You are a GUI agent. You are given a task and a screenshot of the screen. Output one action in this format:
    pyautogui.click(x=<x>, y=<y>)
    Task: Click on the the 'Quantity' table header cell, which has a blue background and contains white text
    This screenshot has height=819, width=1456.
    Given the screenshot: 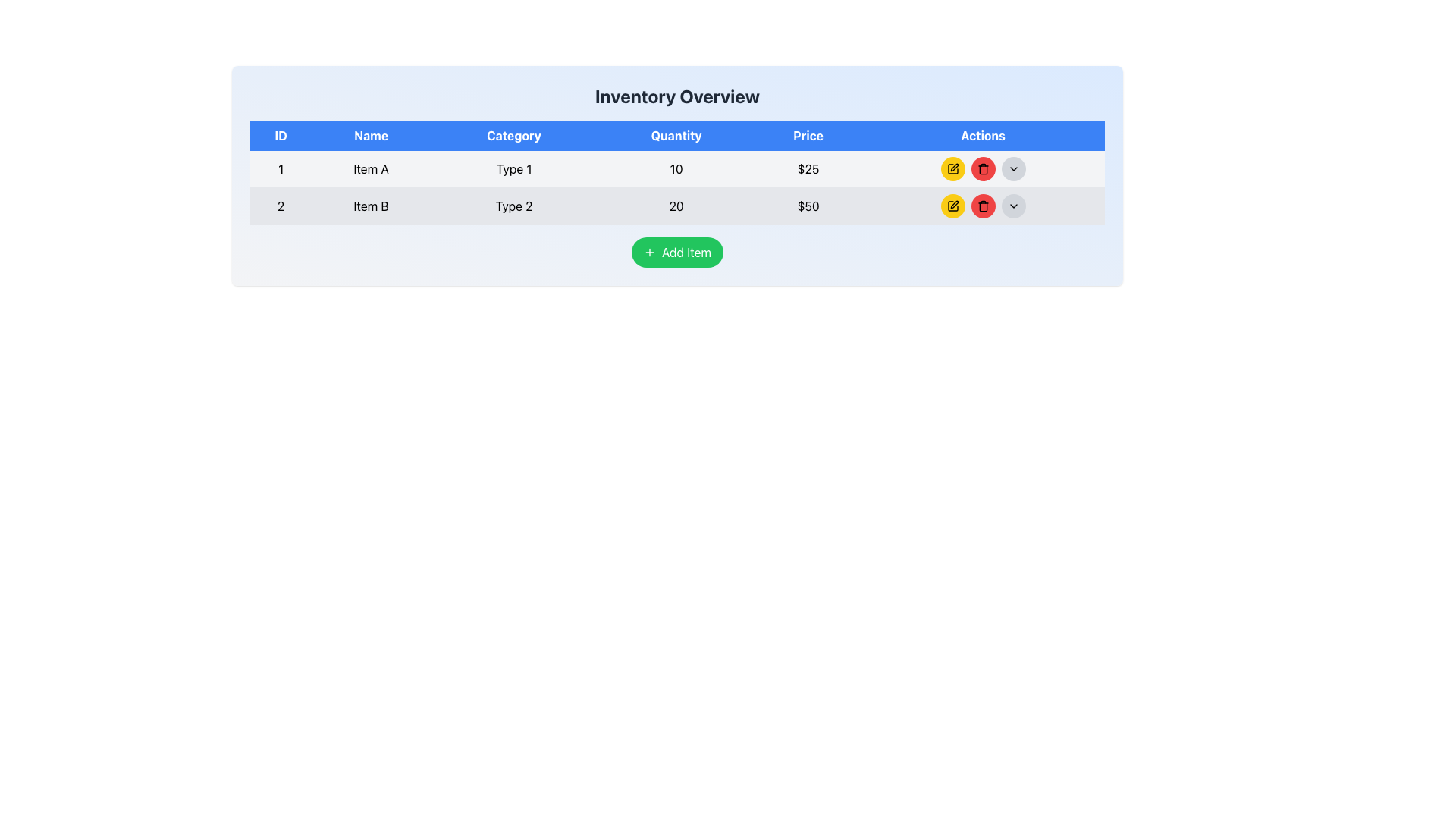 What is the action you would take?
    pyautogui.click(x=676, y=134)
    